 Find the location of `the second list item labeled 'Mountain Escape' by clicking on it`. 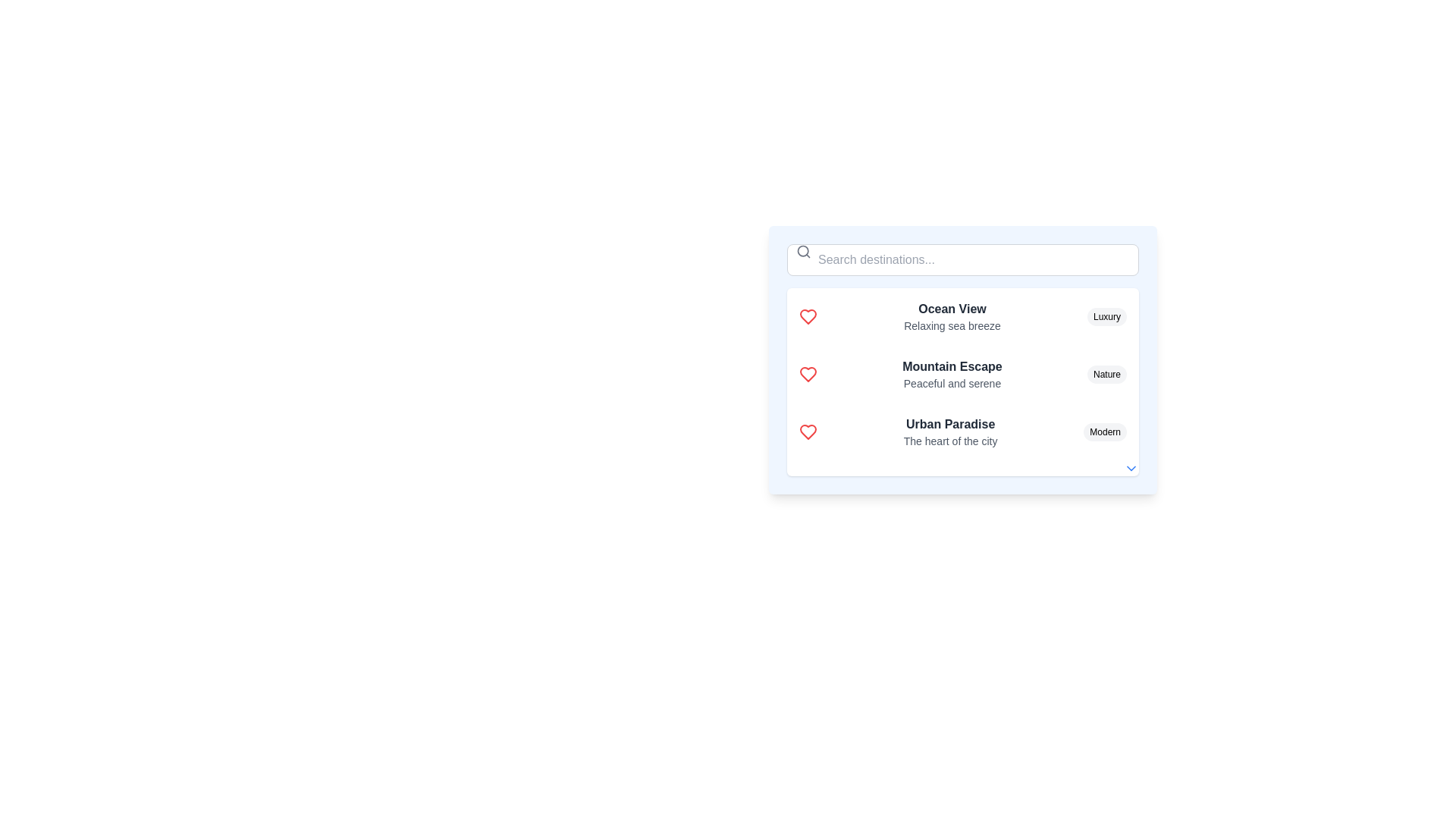

the second list item labeled 'Mountain Escape' by clicking on it is located at coordinates (962, 381).